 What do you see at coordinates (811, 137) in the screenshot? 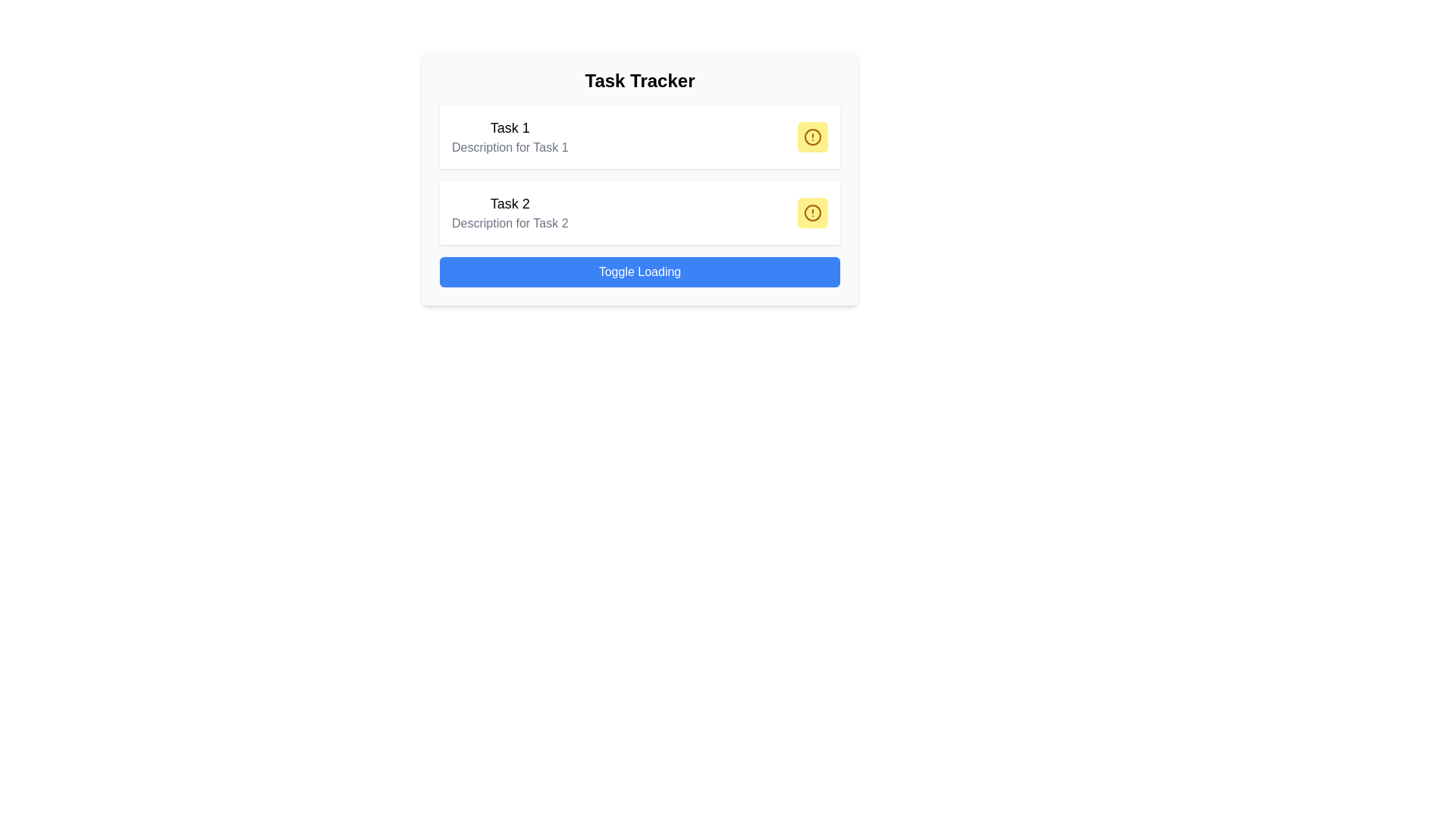
I see `the alert icon button located at the top-right corner of the 'Task 1' card` at bounding box center [811, 137].